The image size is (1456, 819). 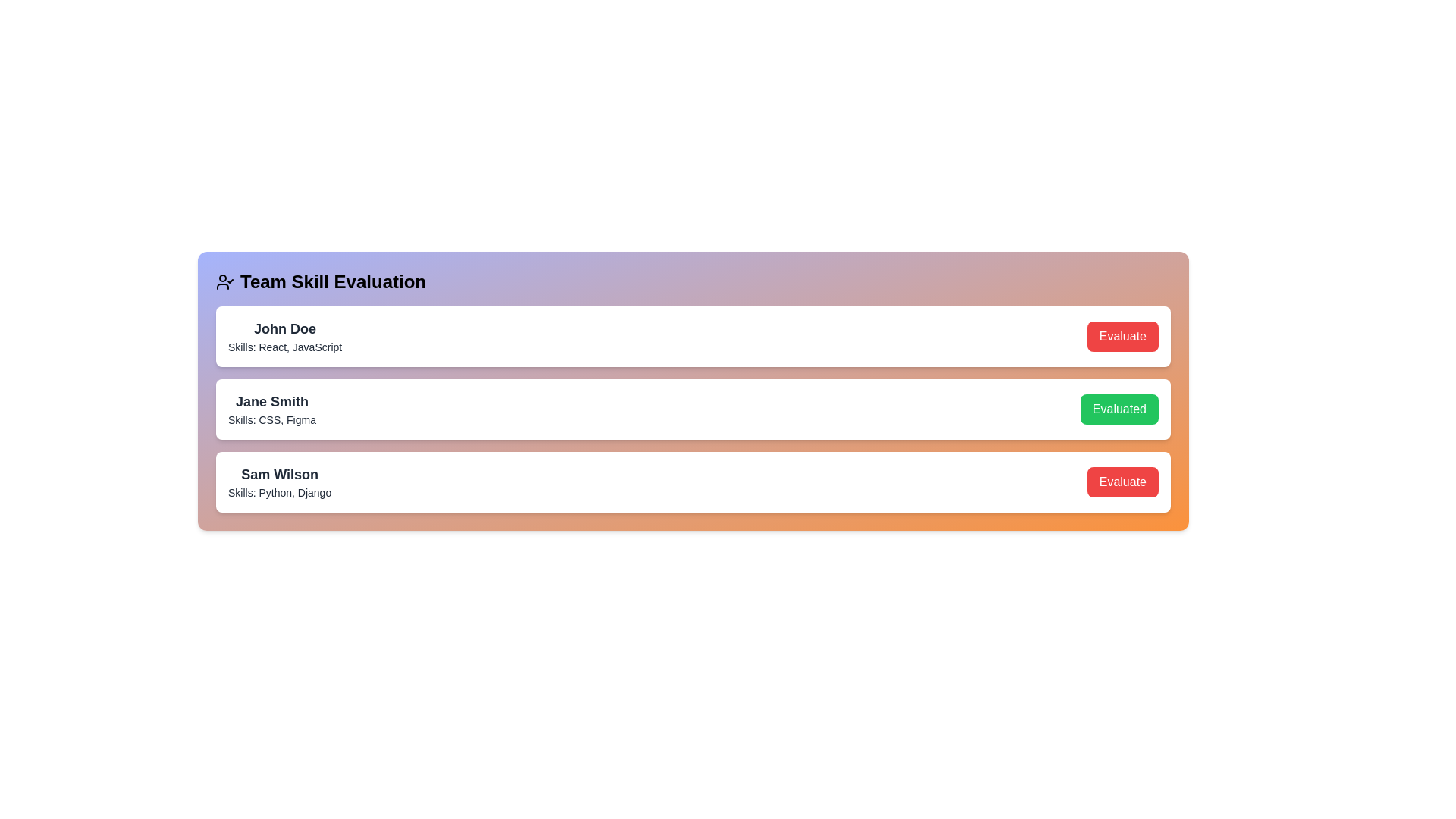 I want to click on the text label displaying the skills attributed to 'Jane Smith', so click(x=272, y=420).